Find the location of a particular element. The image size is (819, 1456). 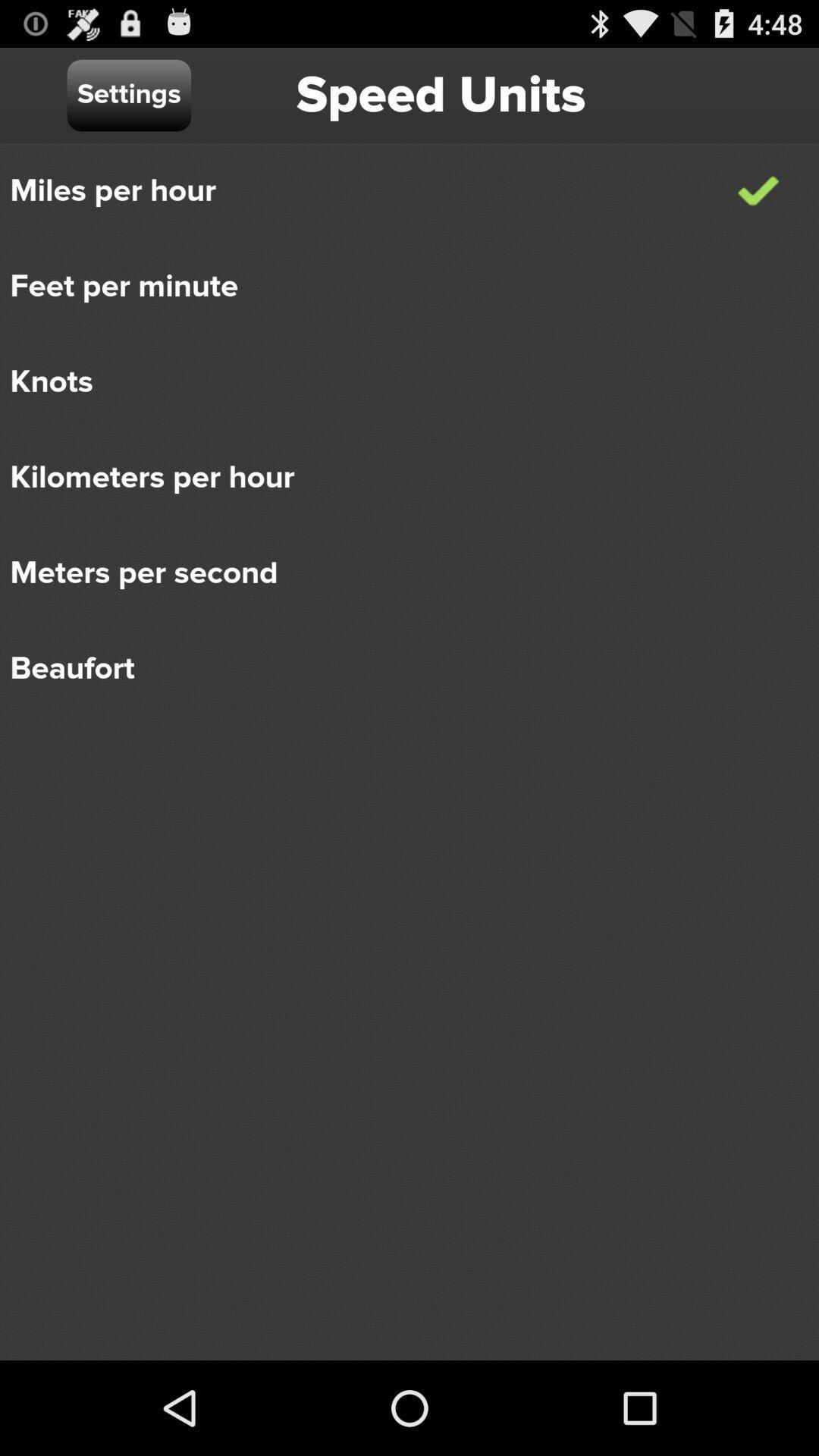

item below the miles per hour icon is located at coordinates (398, 287).